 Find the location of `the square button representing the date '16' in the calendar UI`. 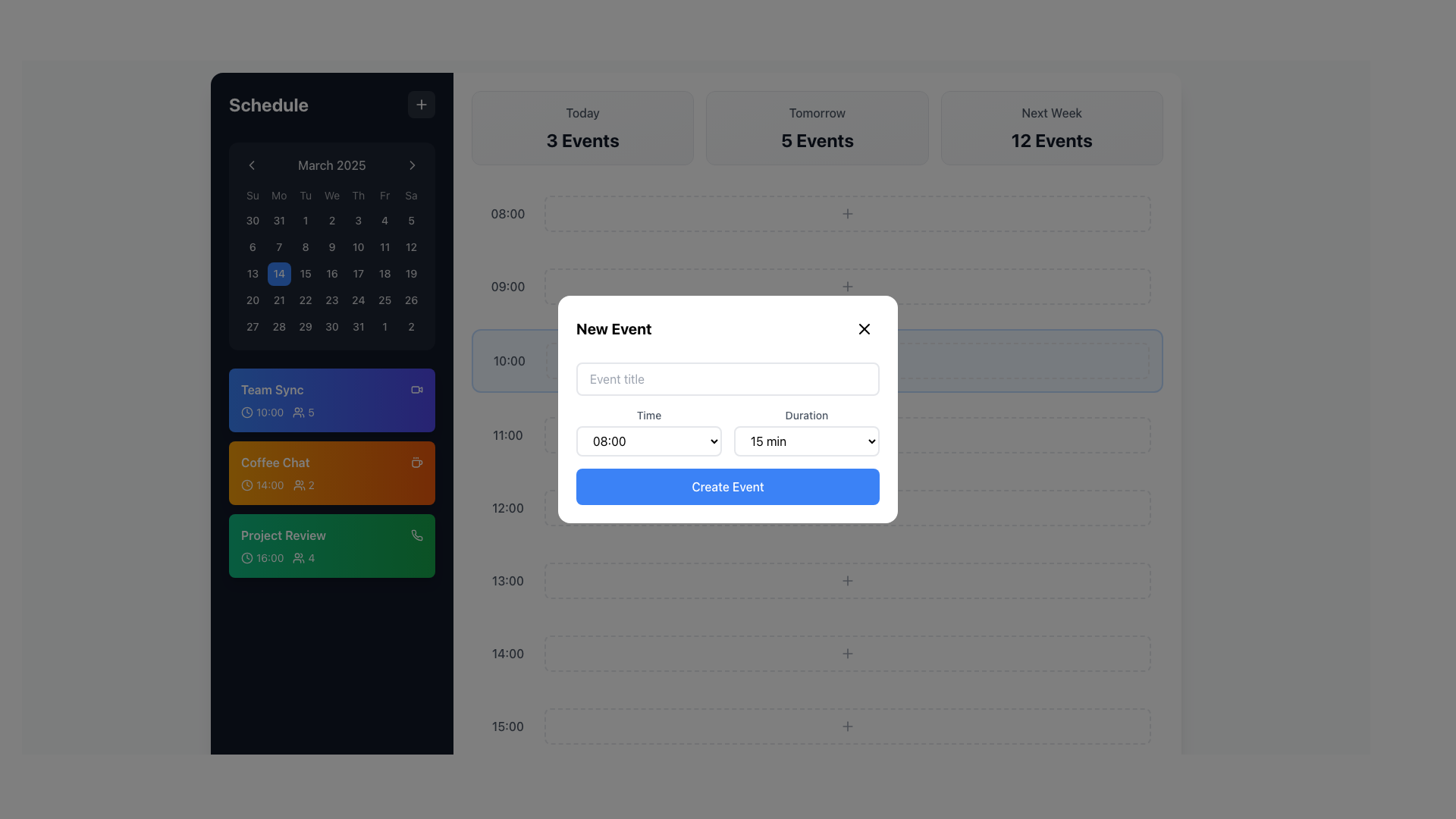

the square button representing the date '16' in the calendar UI is located at coordinates (331, 274).